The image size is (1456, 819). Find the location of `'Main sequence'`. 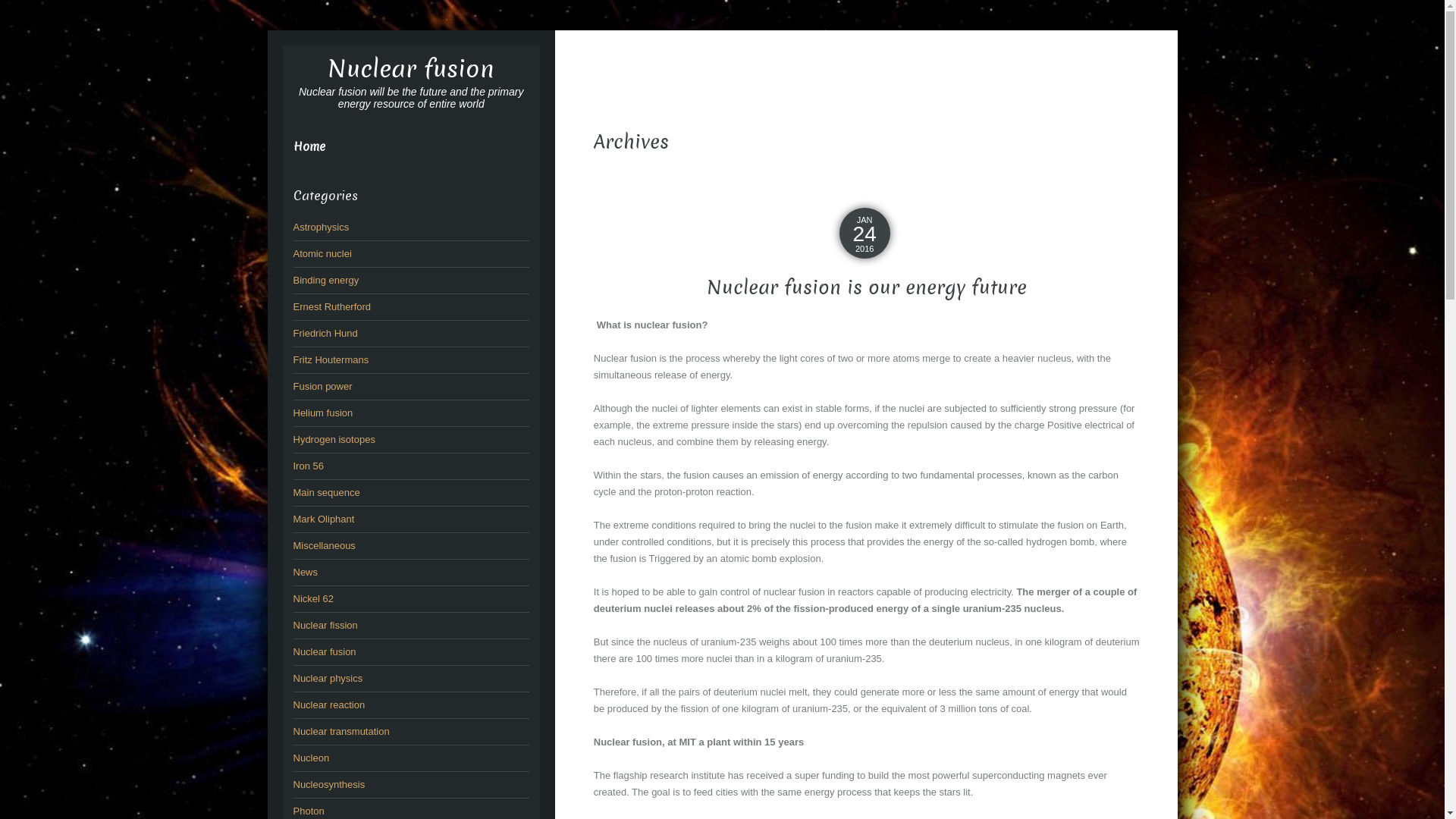

'Main sequence' is located at coordinates (325, 492).